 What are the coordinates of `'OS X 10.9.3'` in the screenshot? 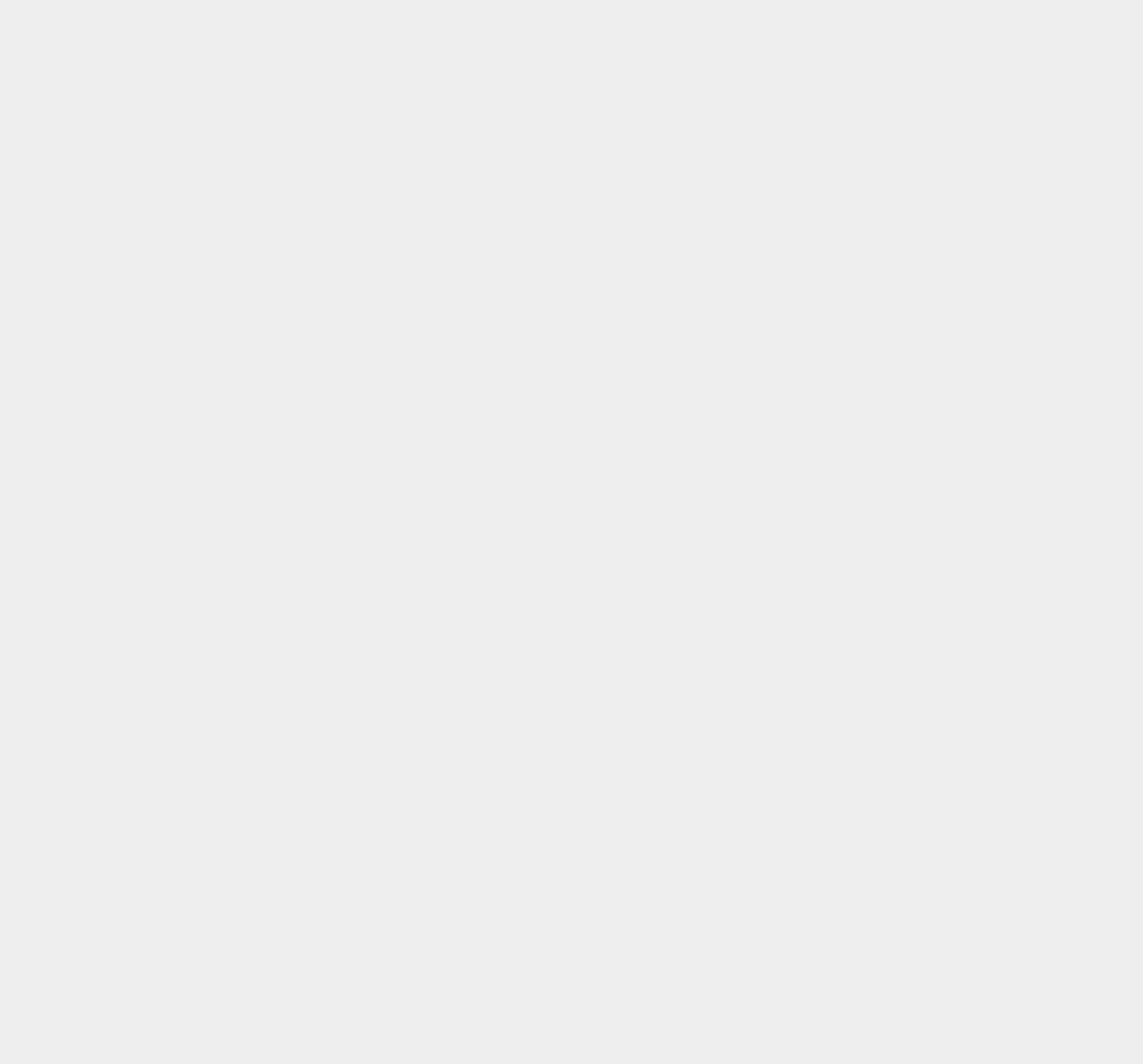 It's located at (843, 330).